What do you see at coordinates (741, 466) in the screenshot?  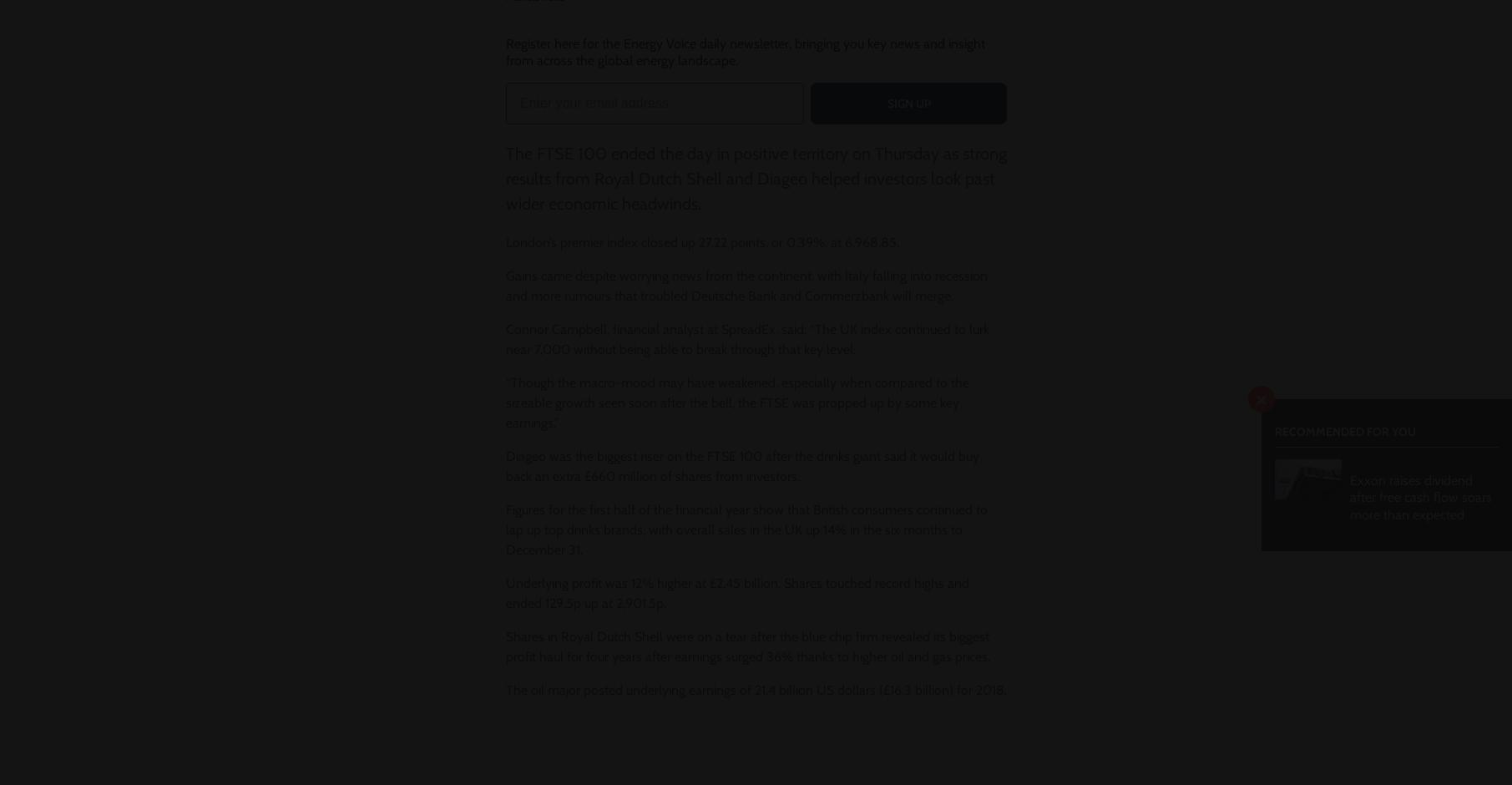 I see `'Diageo was the biggest riser on the FTSE 100 after the drinks giant said it would buy back an extra £660 million of shares from investors.'` at bounding box center [741, 466].